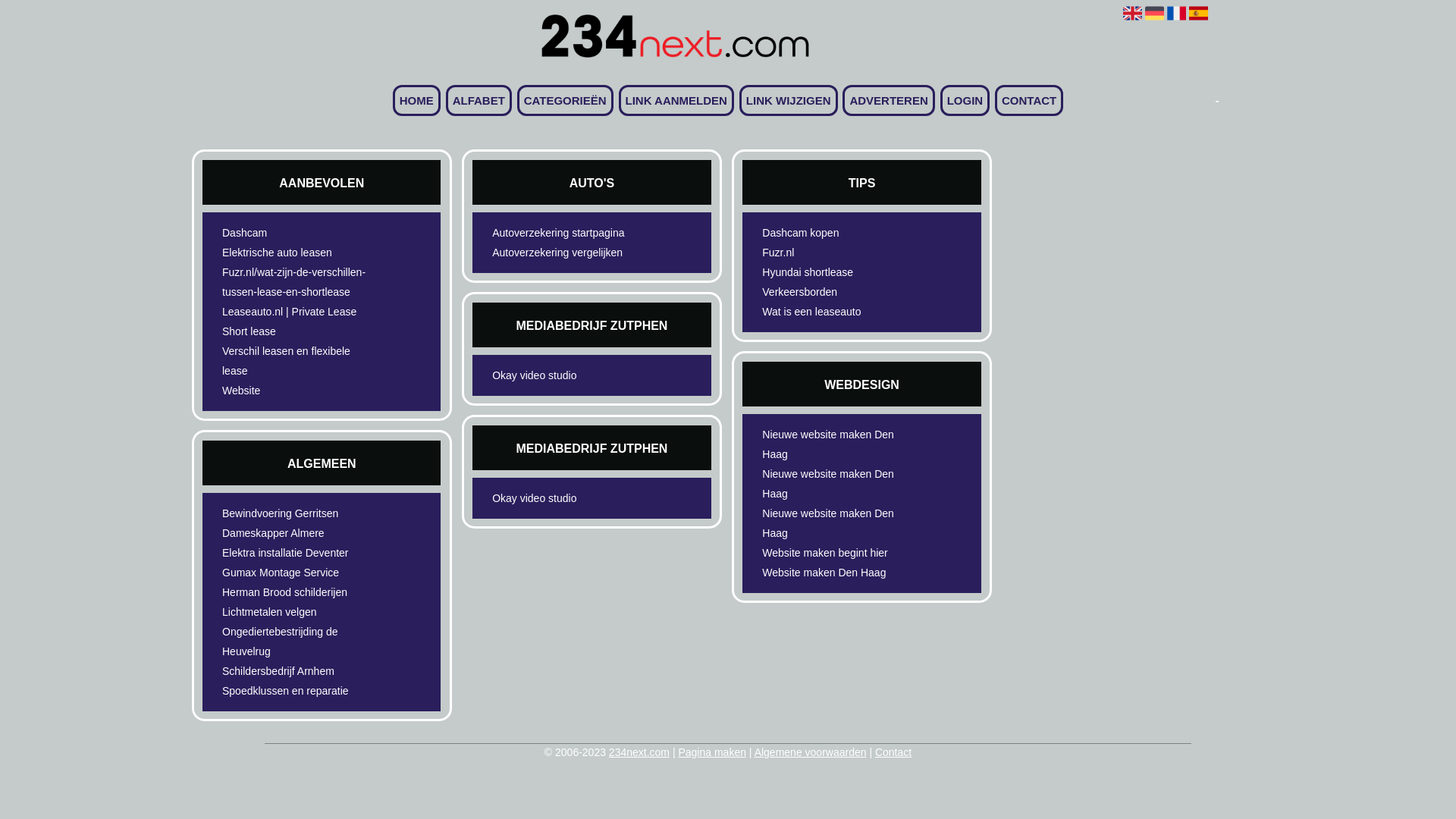 This screenshot has width=1456, height=819. I want to click on 'Elektrische auto leasen', so click(295, 251).